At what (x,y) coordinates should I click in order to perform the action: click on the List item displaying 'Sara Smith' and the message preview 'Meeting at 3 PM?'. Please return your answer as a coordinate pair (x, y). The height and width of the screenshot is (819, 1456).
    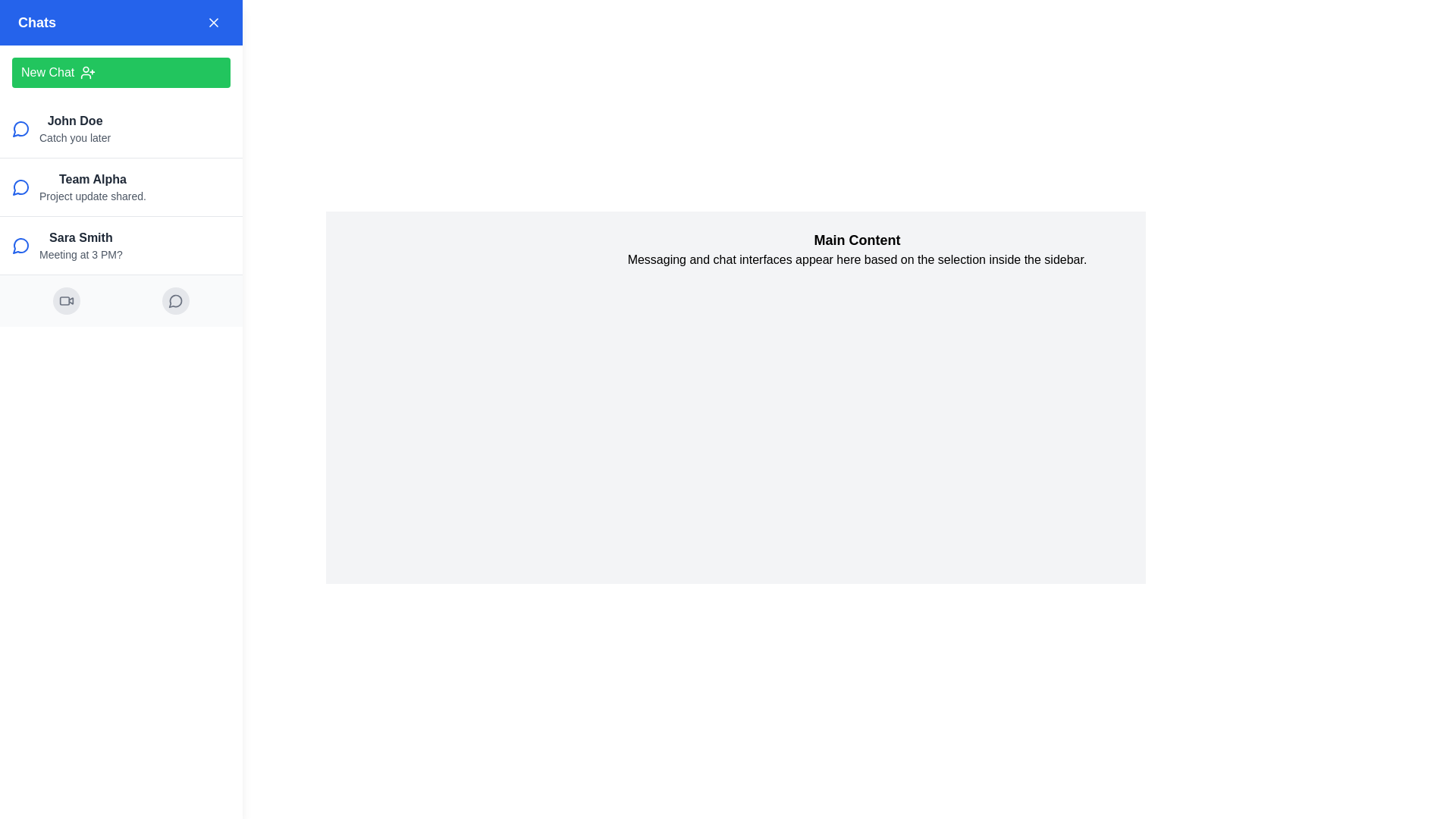
    Looking at the image, I should click on (80, 245).